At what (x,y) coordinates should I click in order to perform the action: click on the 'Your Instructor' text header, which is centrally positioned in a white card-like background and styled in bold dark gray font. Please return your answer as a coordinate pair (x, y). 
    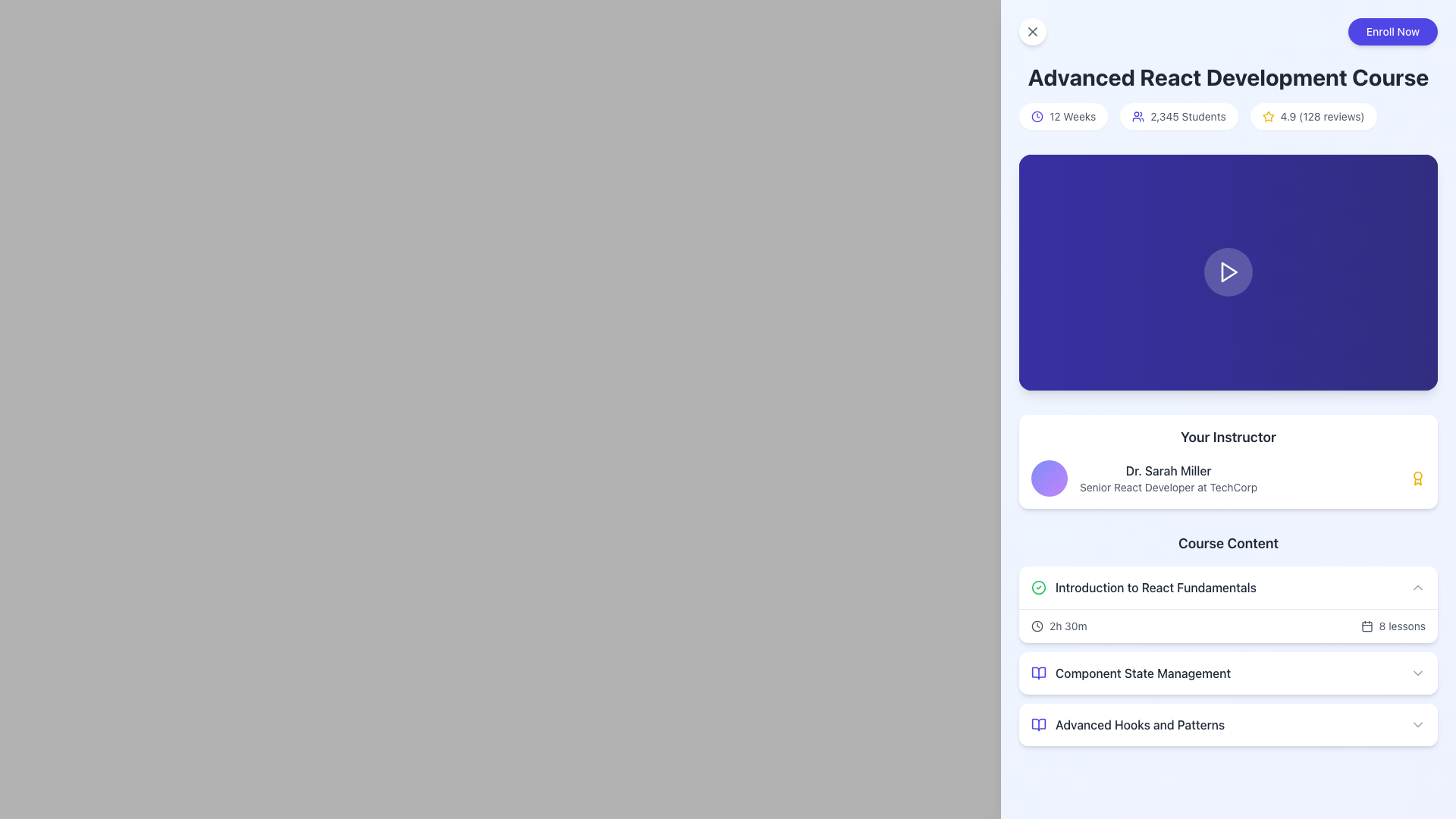
    Looking at the image, I should click on (1228, 437).